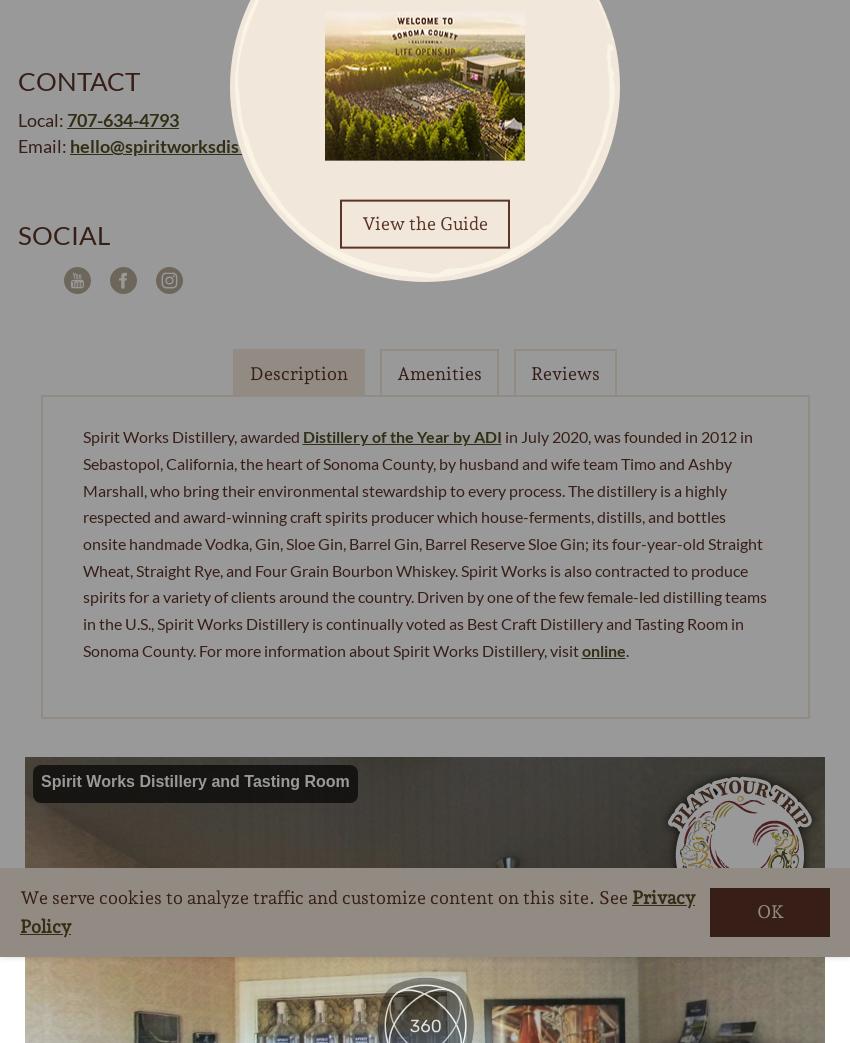 This screenshot has height=1043, width=850. Describe the element at coordinates (83, 934) in the screenshot. I see `'My Plan'` at that location.